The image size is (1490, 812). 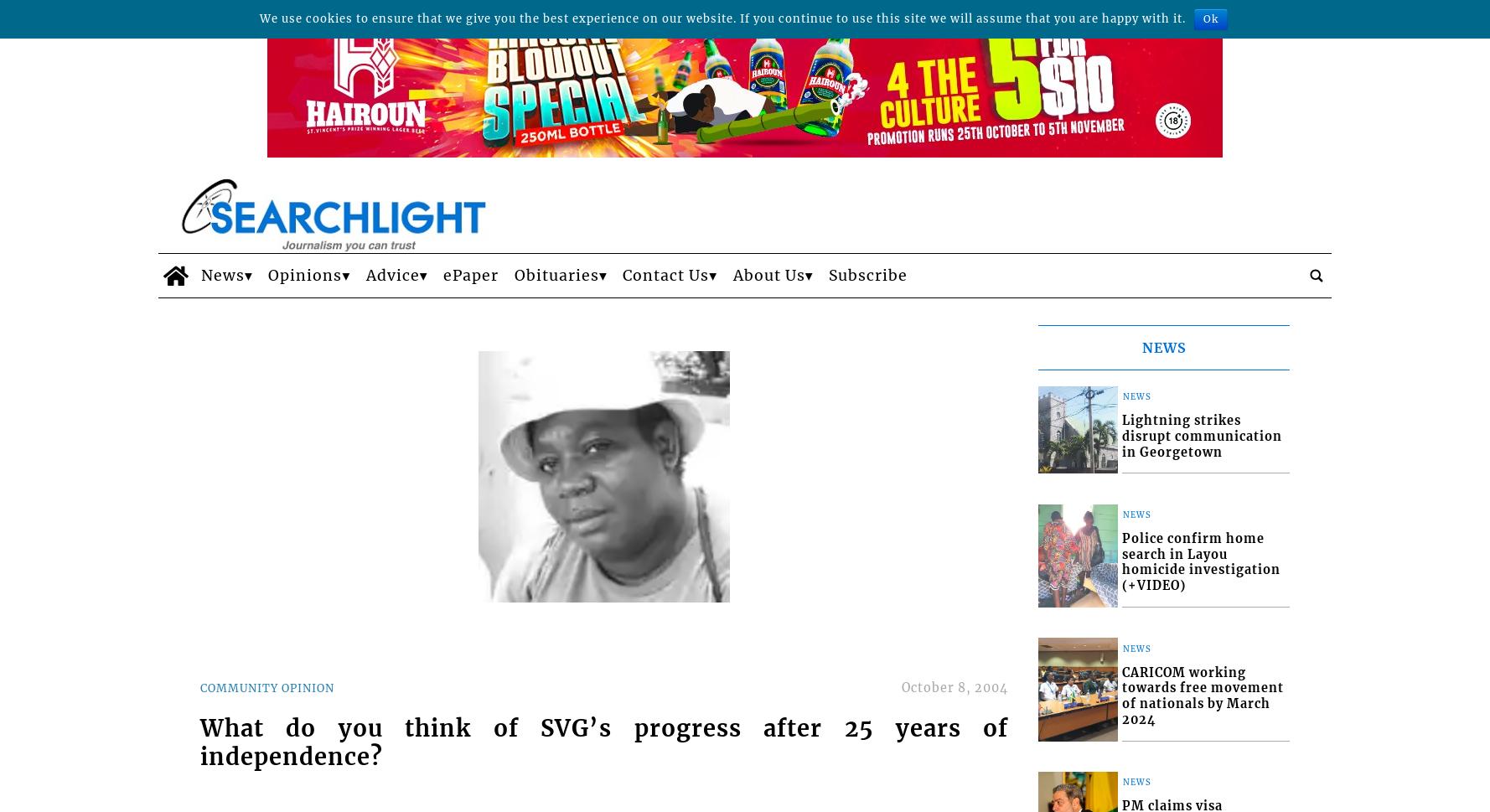 What do you see at coordinates (768, 274) in the screenshot?
I see `'About Us'` at bounding box center [768, 274].